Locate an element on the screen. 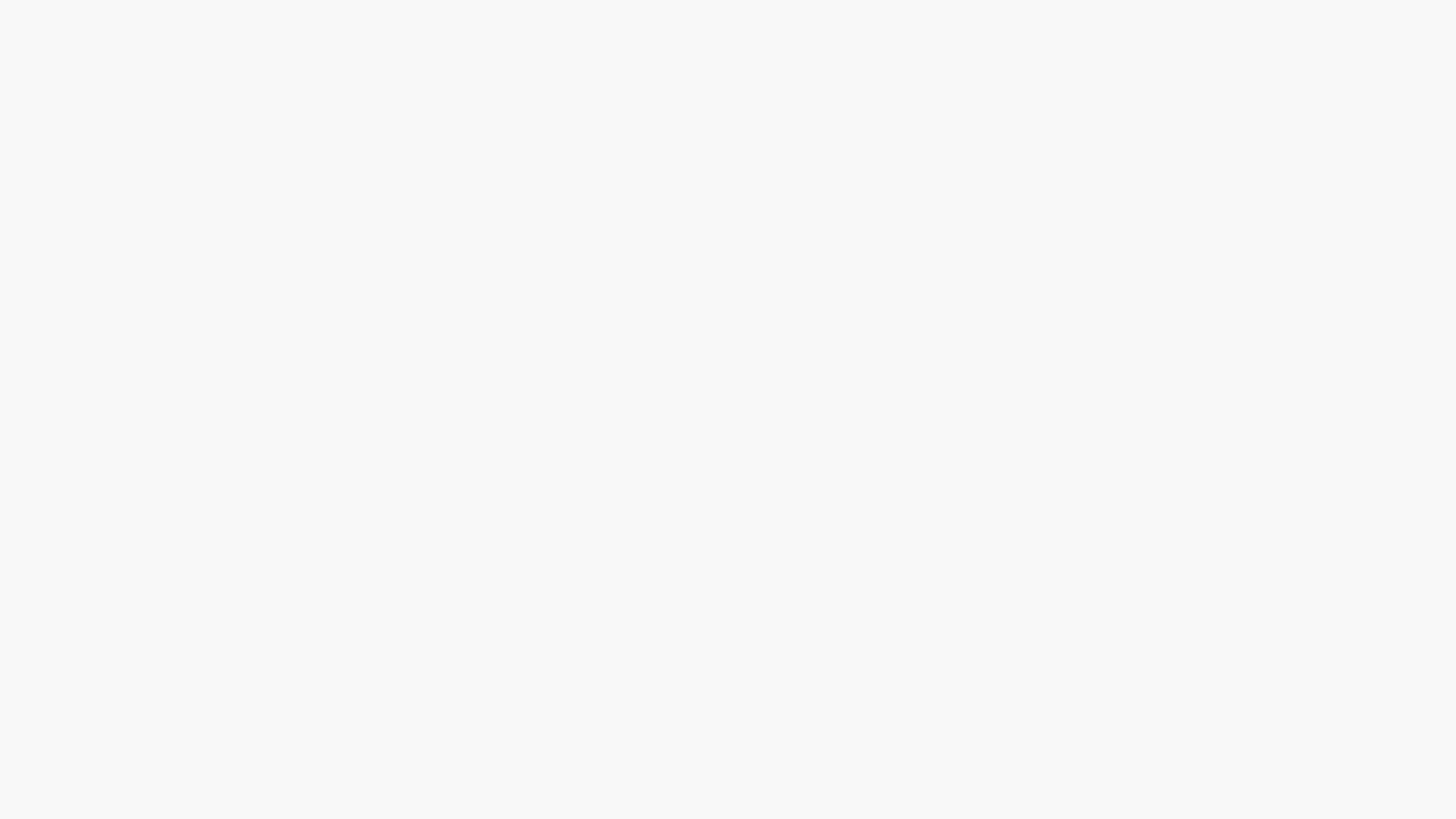 This screenshot has width=1456, height=819. Botao Compartilhar is located at coordinates (1168, 751).